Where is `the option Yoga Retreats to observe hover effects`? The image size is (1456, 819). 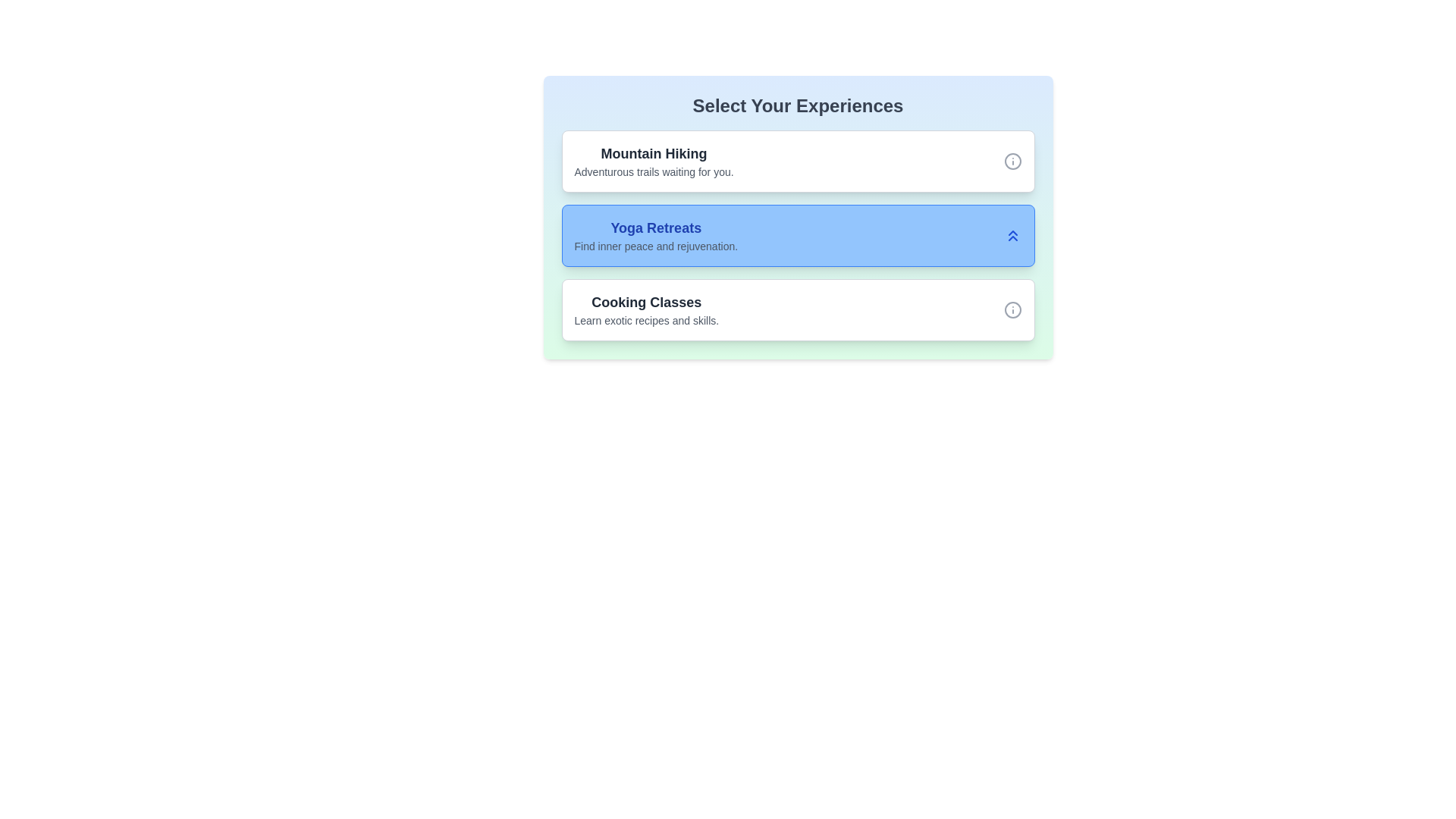
the option Yoga Retreats to observe hover effects is located at coordinates (797, 236).